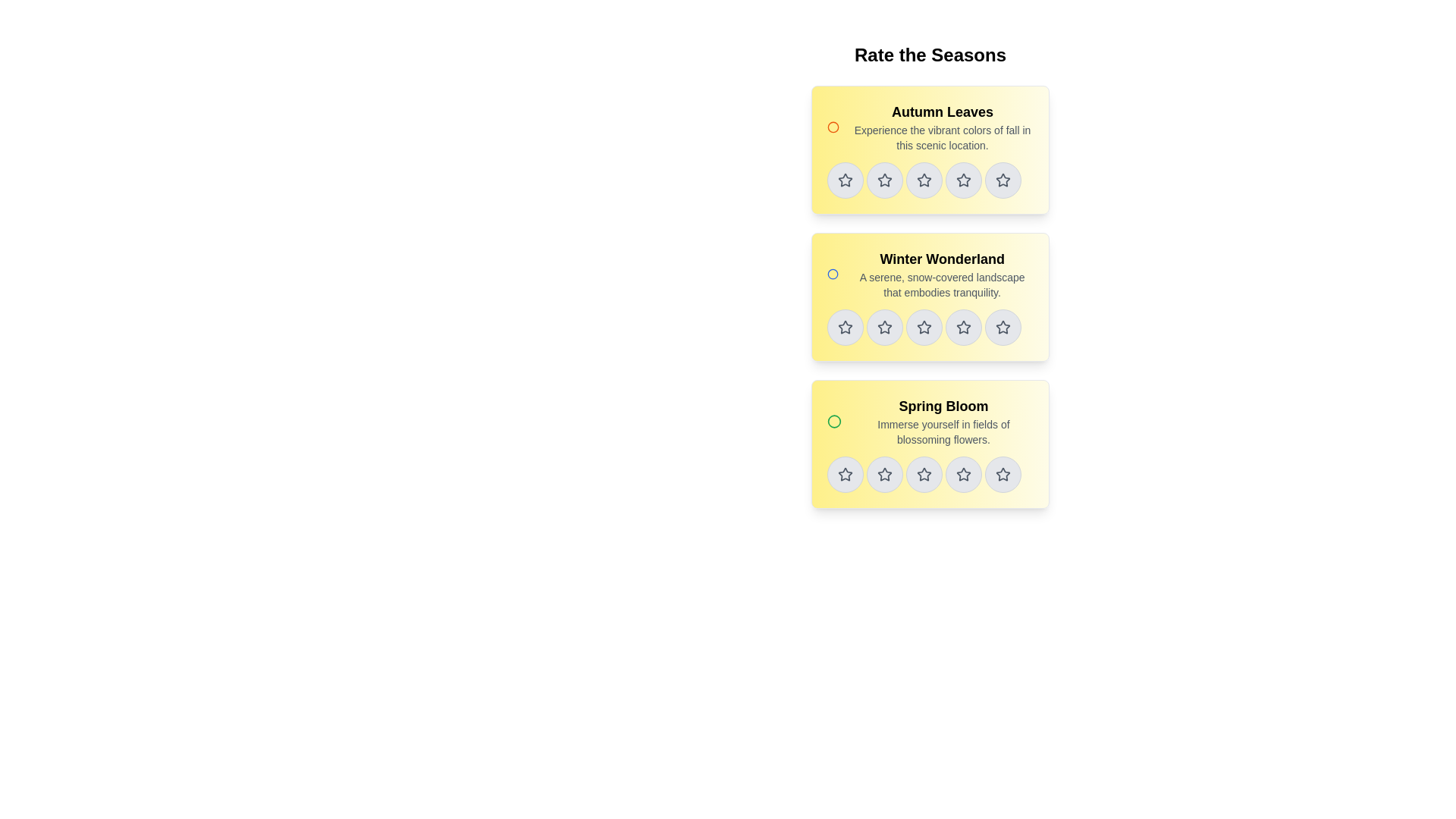 This screenshot has height=819, width=1456. Describe the element at coordinates (1003, 180) in the screenshot. I see `the fifth button in a row of rating buttons under 'Autumn Leaves' in the 'Rate the Seasons' section` at that location.